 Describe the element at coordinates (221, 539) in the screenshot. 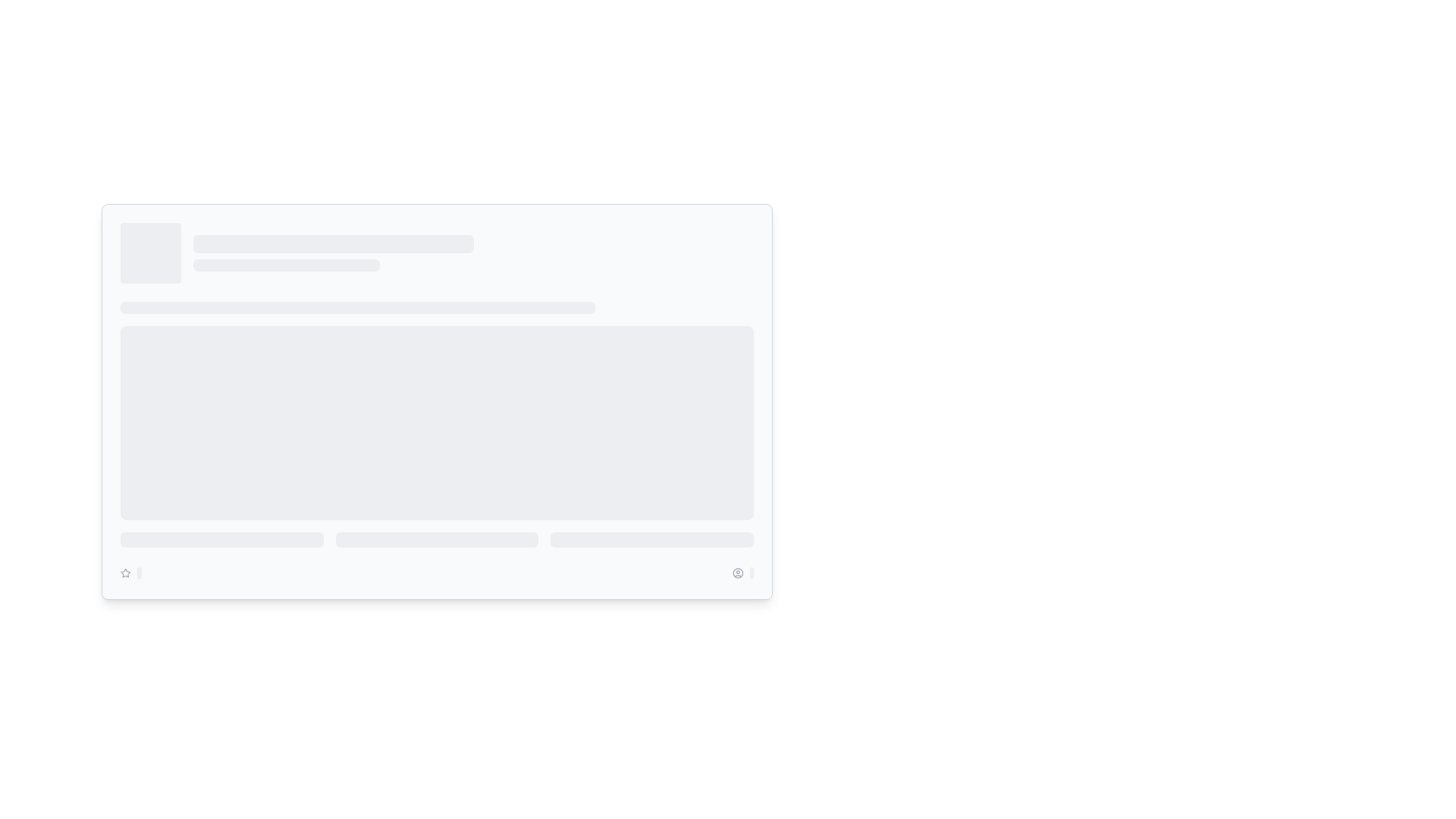

I see `the leftmost Skeleton Placeholder Component with a gray background and rounded corners located near the bottom middle section of the interface` at that location.